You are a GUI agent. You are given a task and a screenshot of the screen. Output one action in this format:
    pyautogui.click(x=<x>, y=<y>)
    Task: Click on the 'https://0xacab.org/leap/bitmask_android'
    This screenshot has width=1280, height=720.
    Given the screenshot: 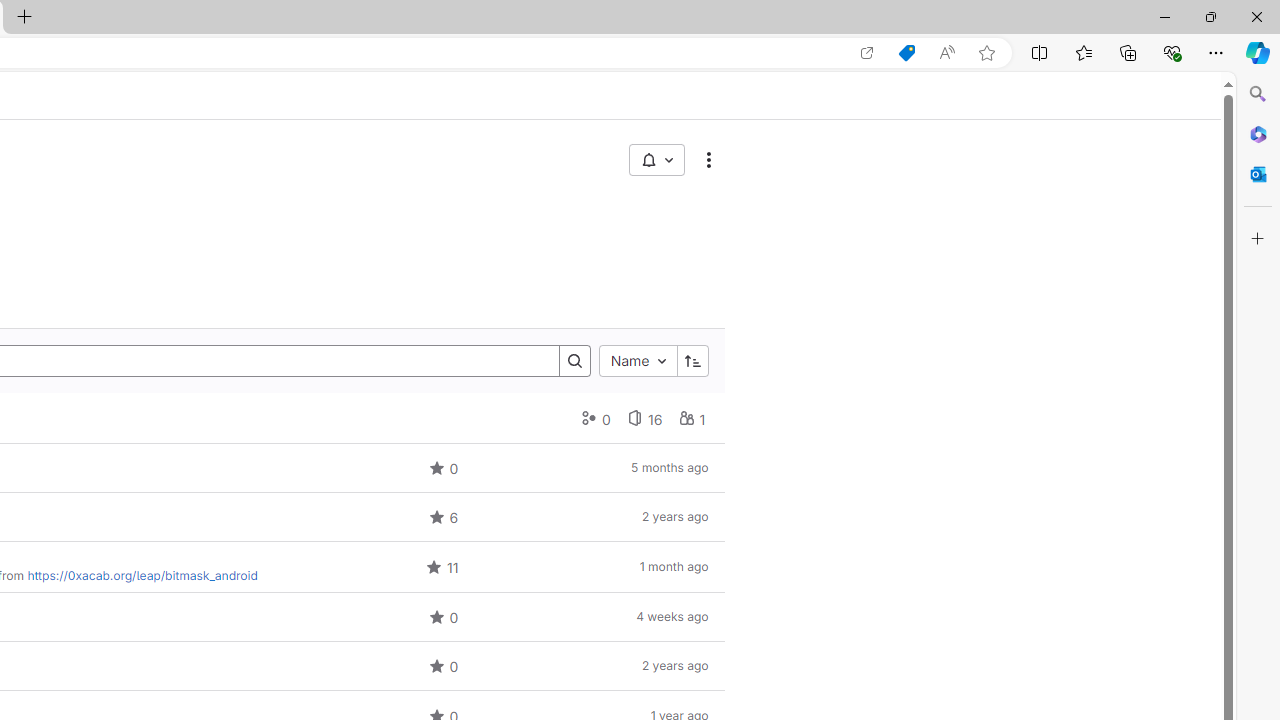 What is the action you would take?
    pyautogui.click(x=141, y=575)
    